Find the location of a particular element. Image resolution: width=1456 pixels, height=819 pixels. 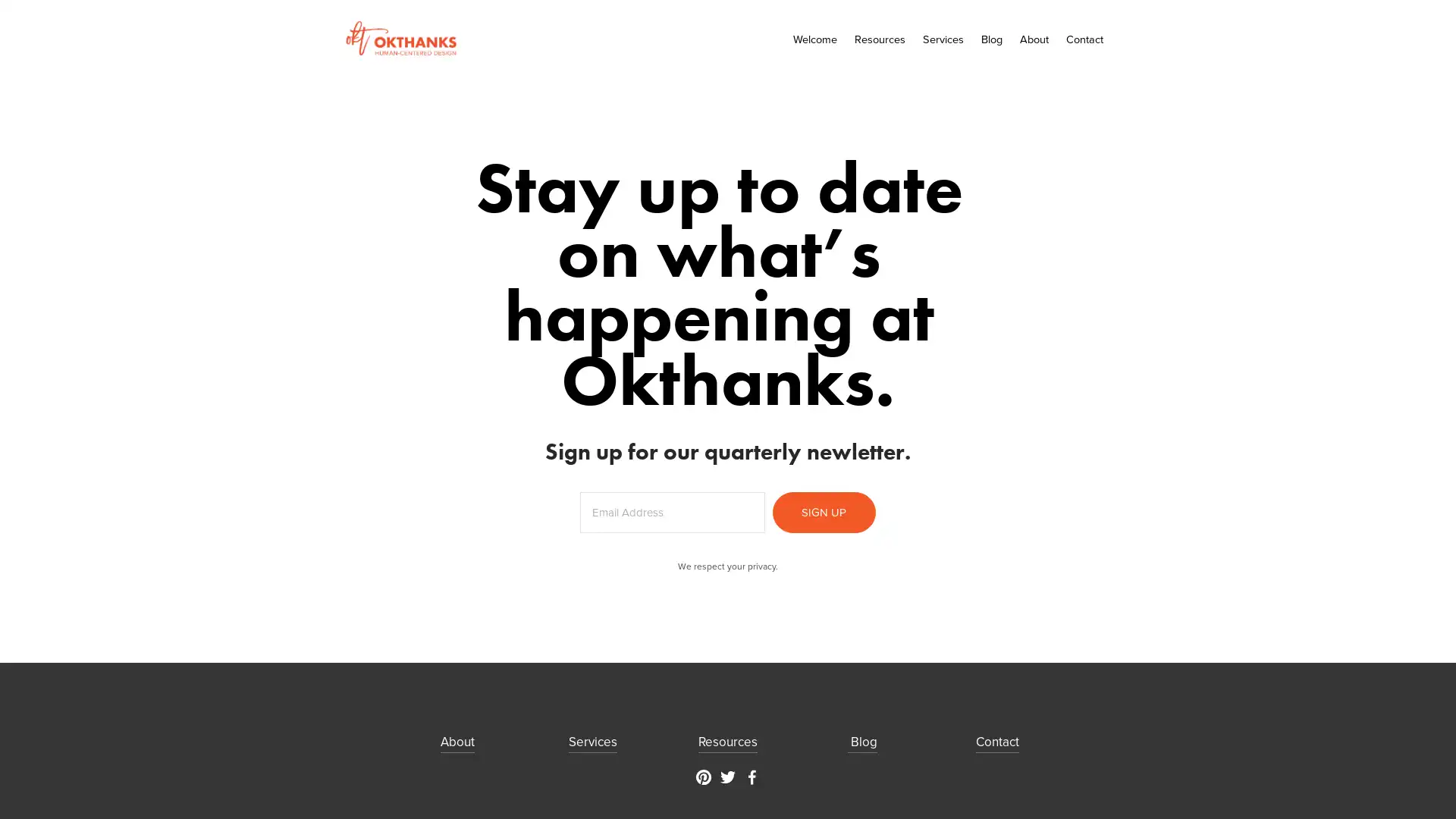

SIGN UP is located at coordinates (822, 512).